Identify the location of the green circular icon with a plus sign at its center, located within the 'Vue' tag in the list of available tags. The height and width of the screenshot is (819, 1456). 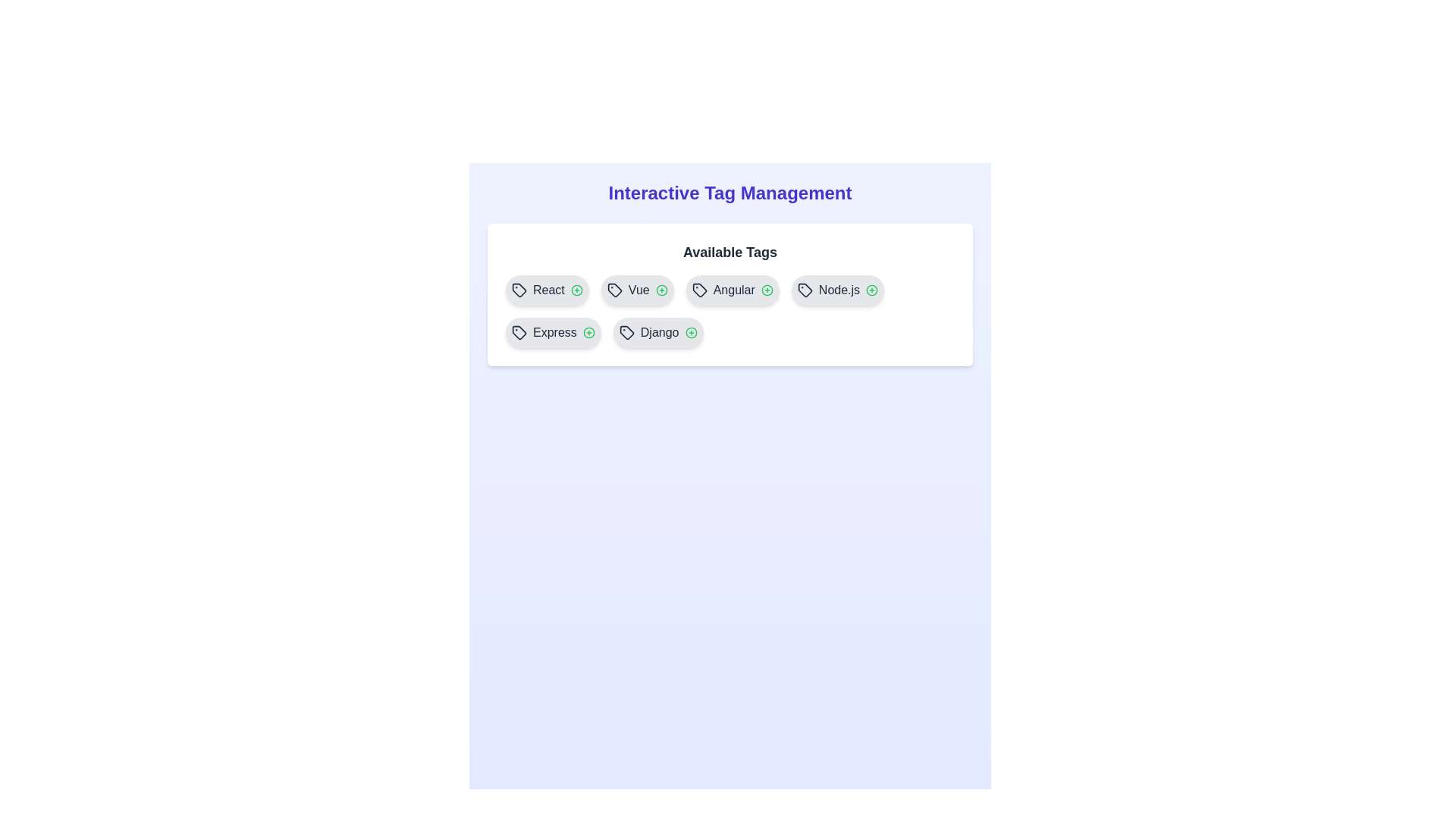
(661, 290).